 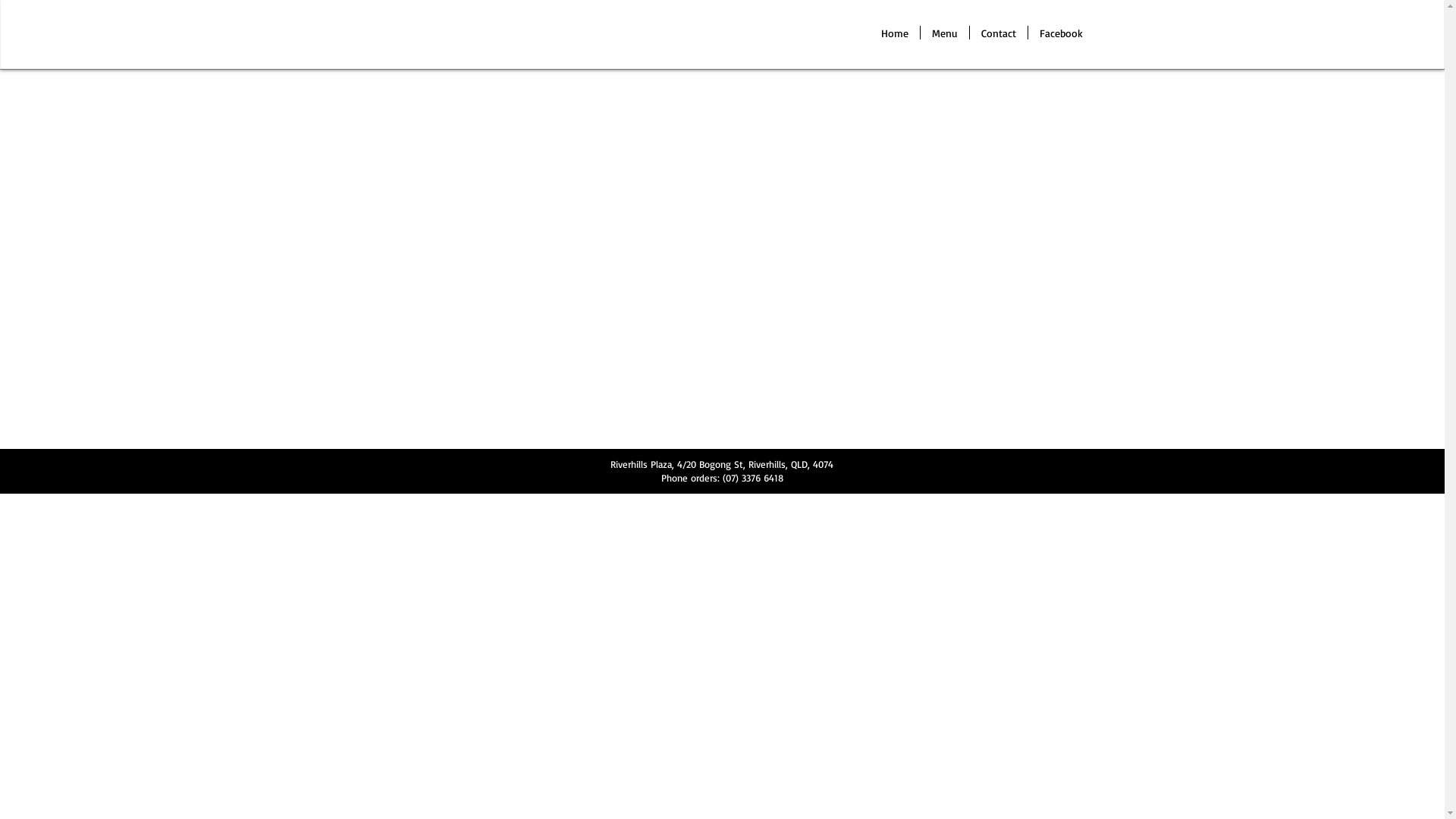 What do you see at coordinates (894, 32) in the screenshot?
I see `'Home'` at bounding box center [894, 32].